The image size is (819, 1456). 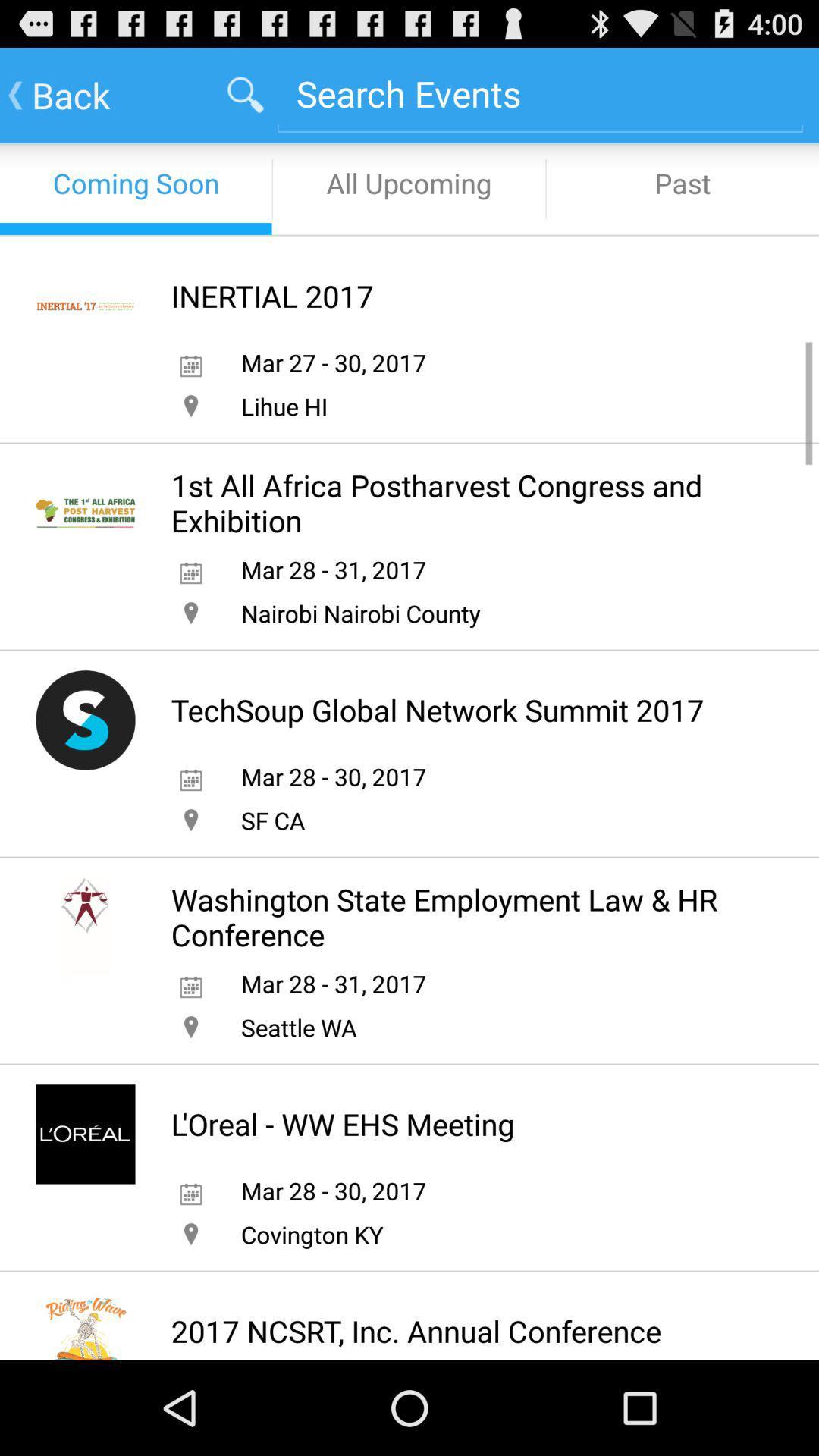 What do you see at coordinates (299, 1027) in the screenshot?
I see `app above l oreal ww item` at bounding box center [299, 1027].